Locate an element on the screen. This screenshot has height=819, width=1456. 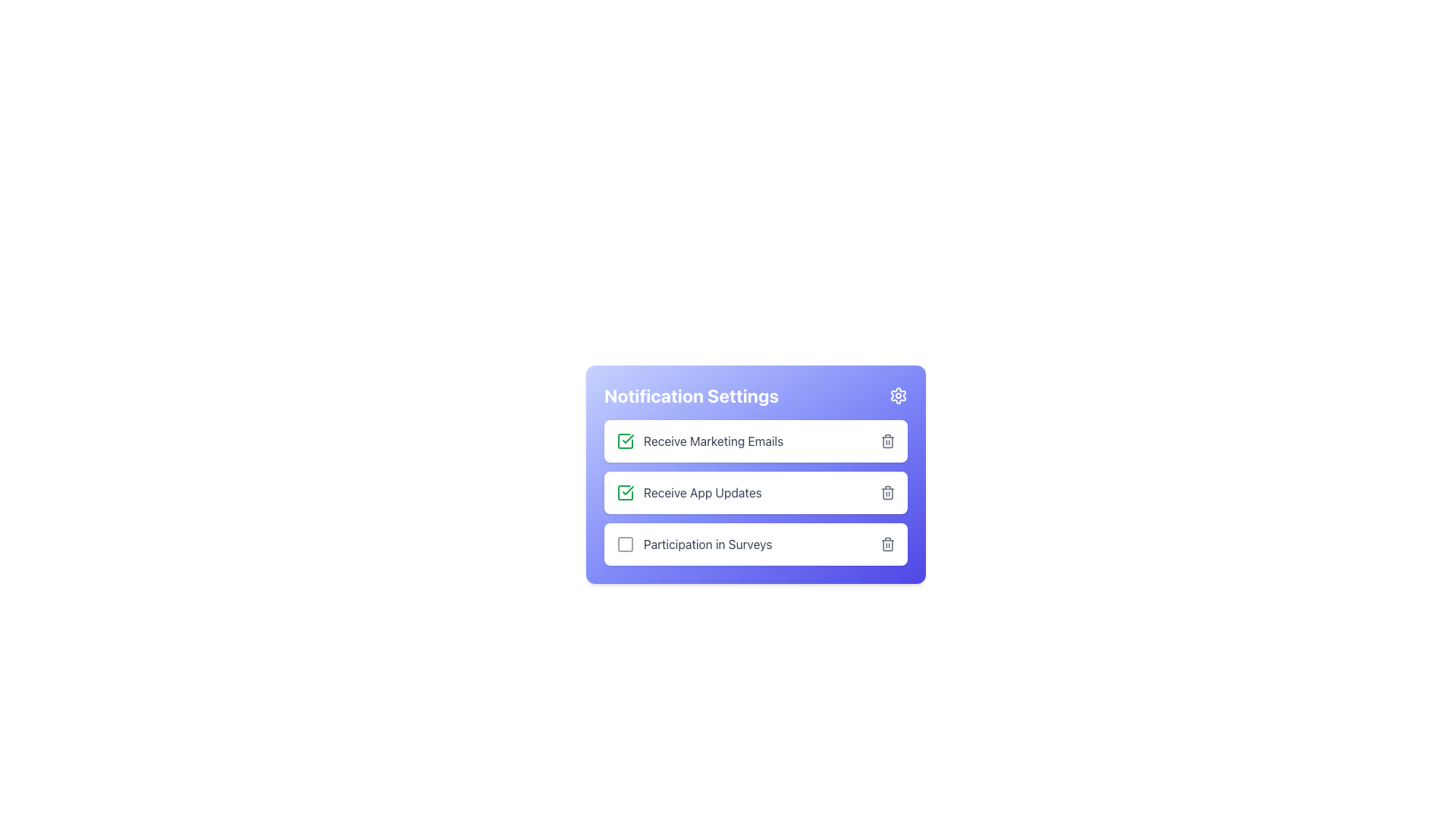
the delete icon button located at the right part of the 'Receive App Updates' row is located at coordinates (888, 493).